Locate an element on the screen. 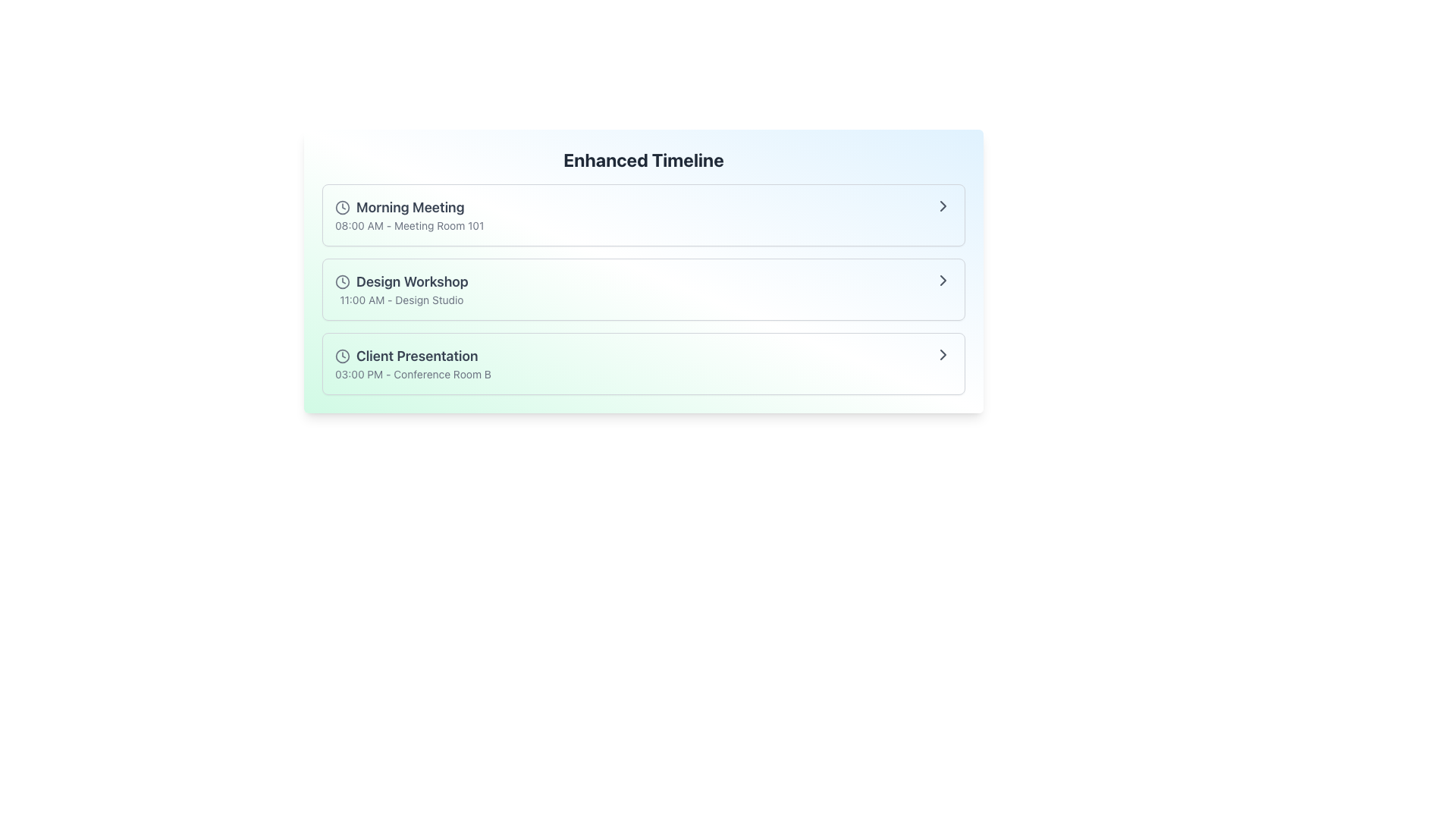 The image size is (1456, 819). the clock icon, which is a circular outline with two internal lines resembling clock hands, located in the 'Client Presentation' section adjacent to the text 'Client Presentation' is located at coordinates (341, 356).